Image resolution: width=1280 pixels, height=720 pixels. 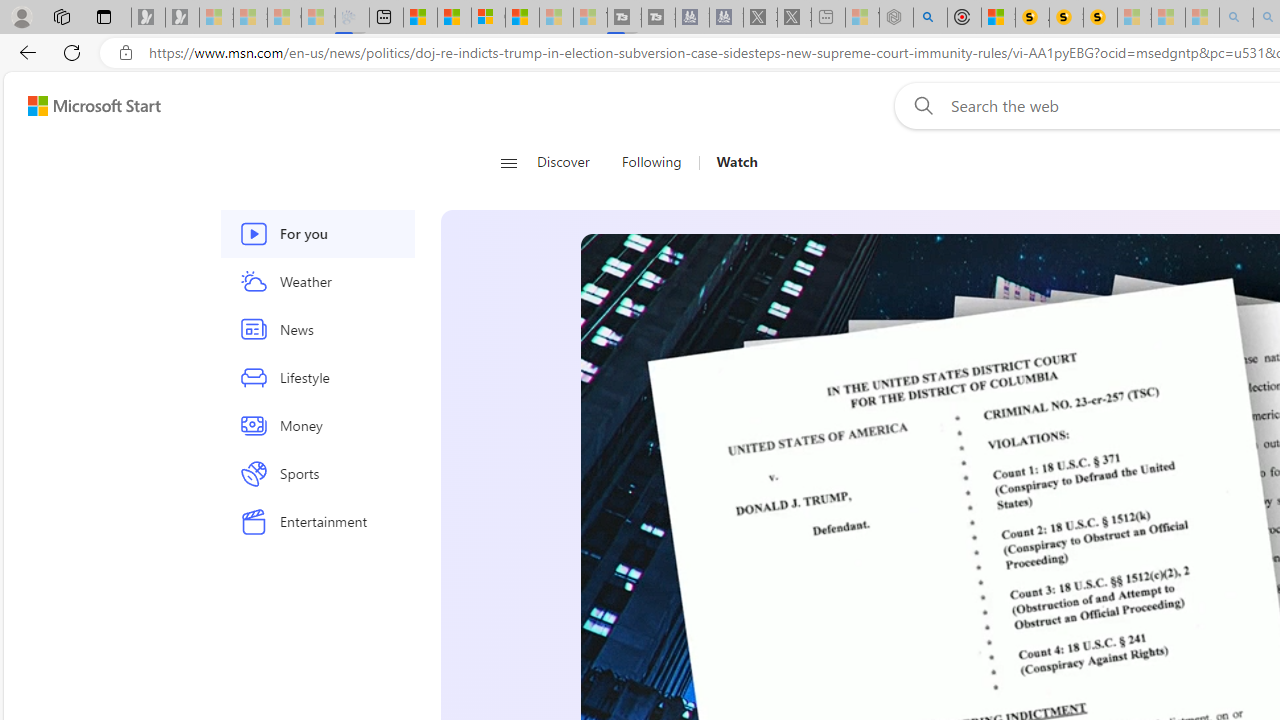 What do you see at coordinates (1099, 17) in the screenshot?
I see `'Michelle Starr, Senior Journalist at ScienceAlert'` at bounding box center [1099, 17].